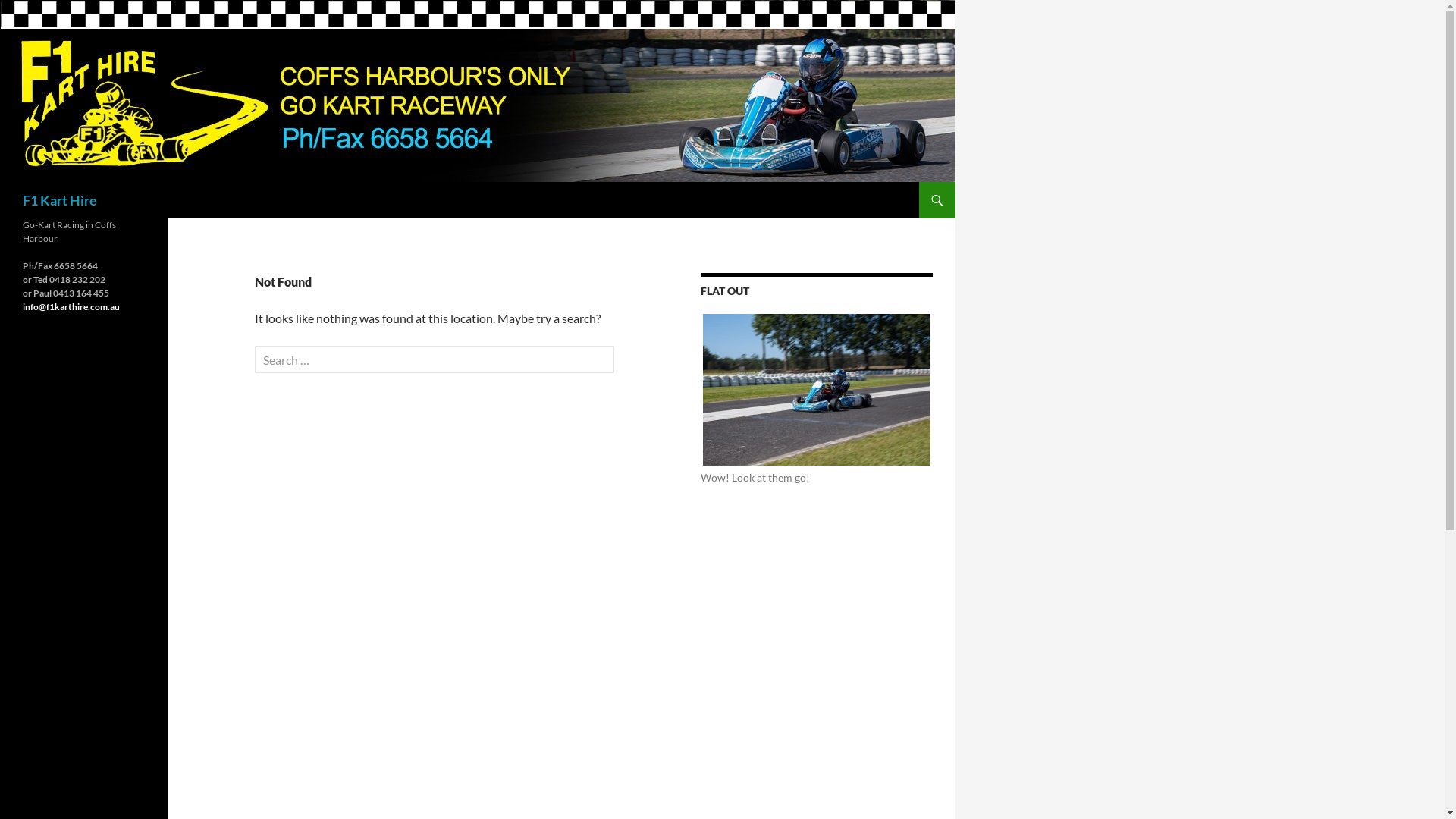 This screenshot has height=819, width=1456. I want to click on 'info@f1karthire.com.au', so click(71, 306).